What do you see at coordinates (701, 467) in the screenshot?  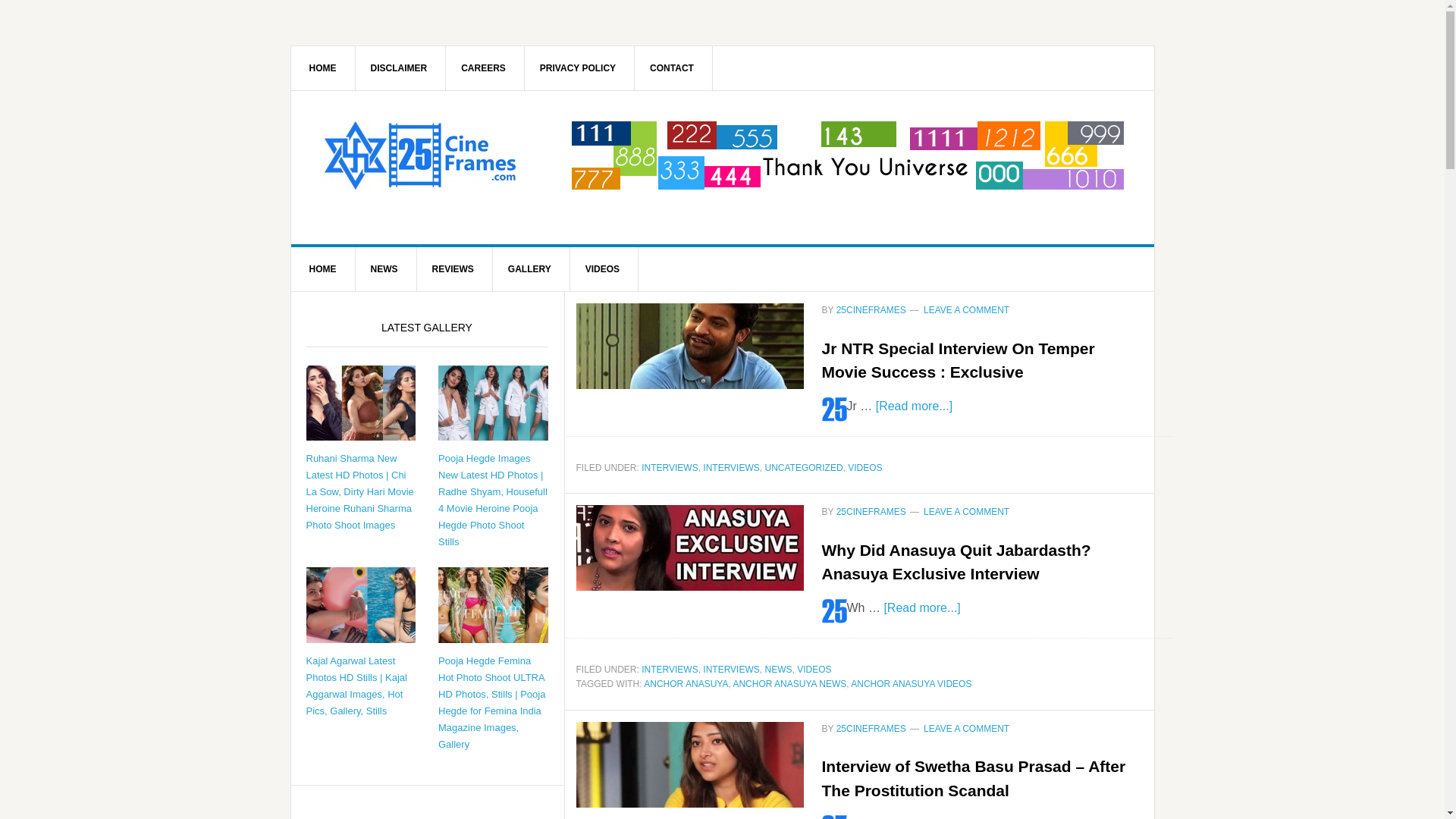 I see `'INTERVIEWS'` at bounding box center [701, 467].